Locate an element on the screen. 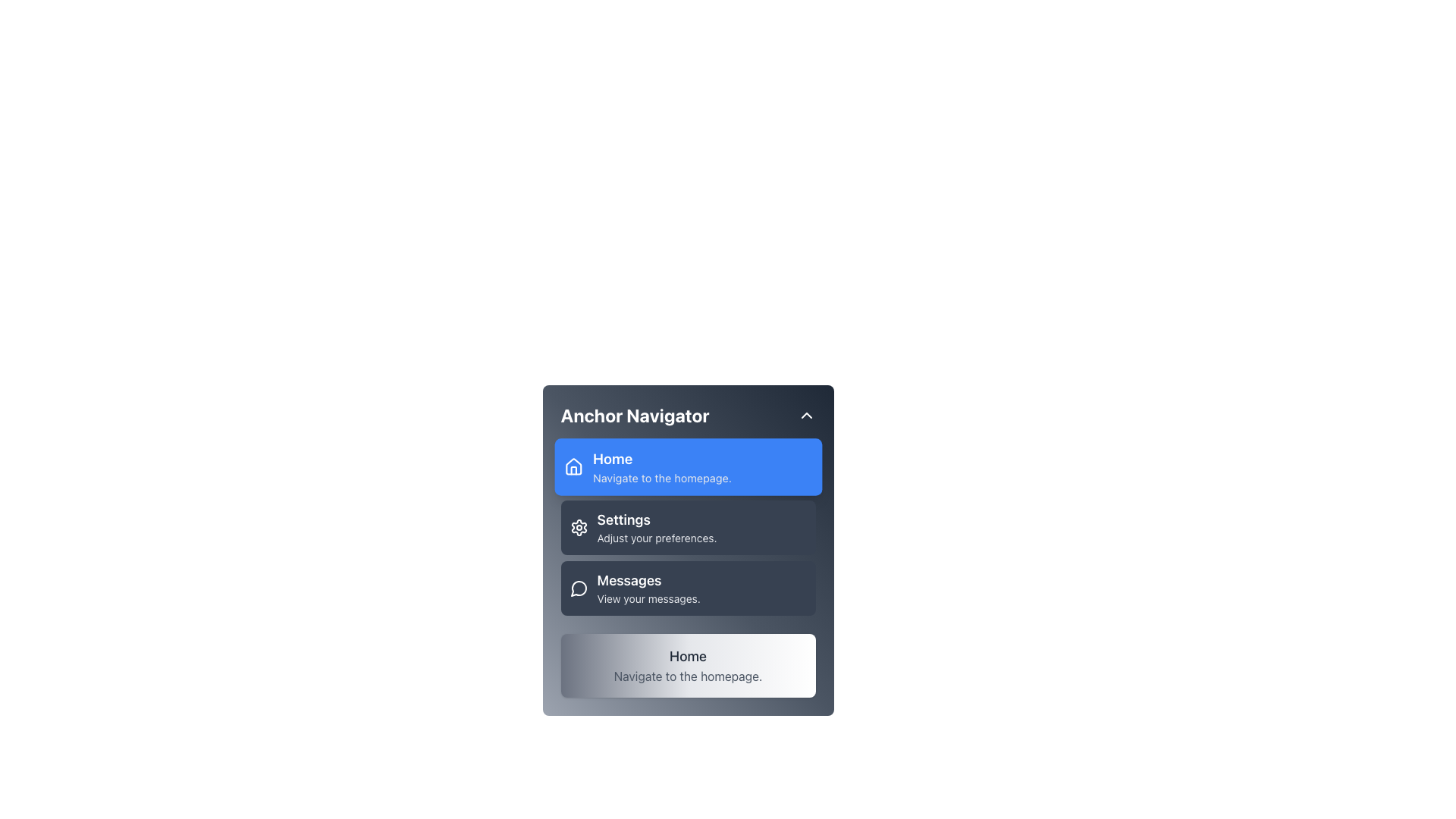 The height and width of the screenshot is (819, 1456). the text component displaying 'Navigate to the homepage.' which is styled in gray and positioned below the title 'Home' within a light gray rounded rectangular card is located at coordinates (687, 675).